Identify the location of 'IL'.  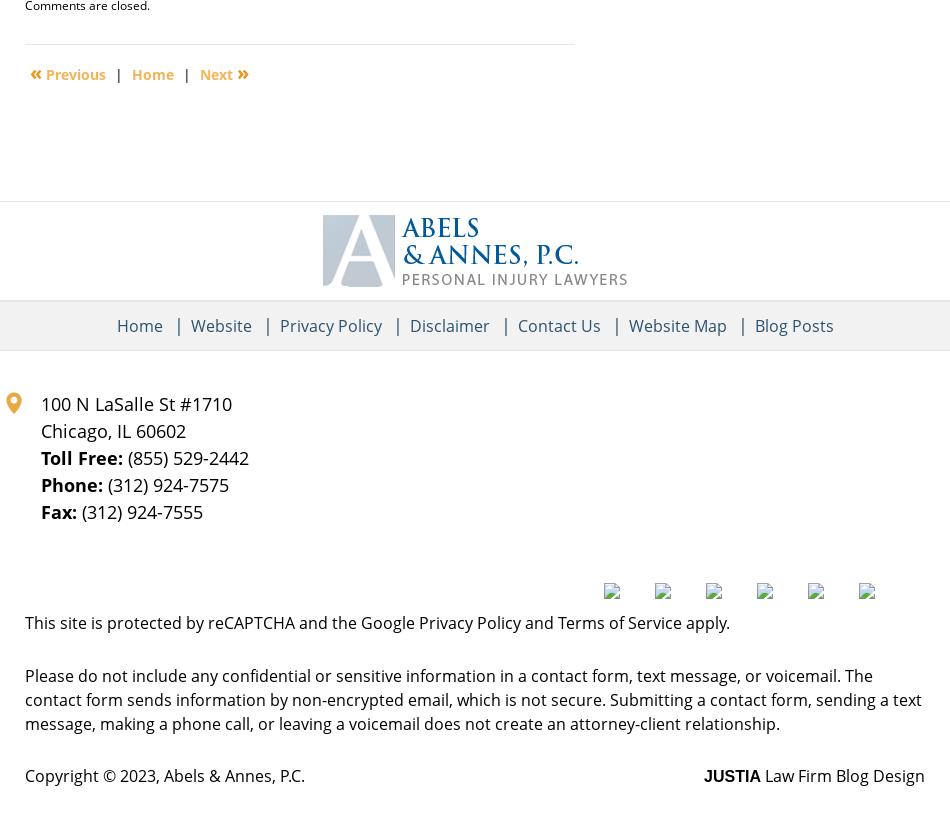
(123, 428).